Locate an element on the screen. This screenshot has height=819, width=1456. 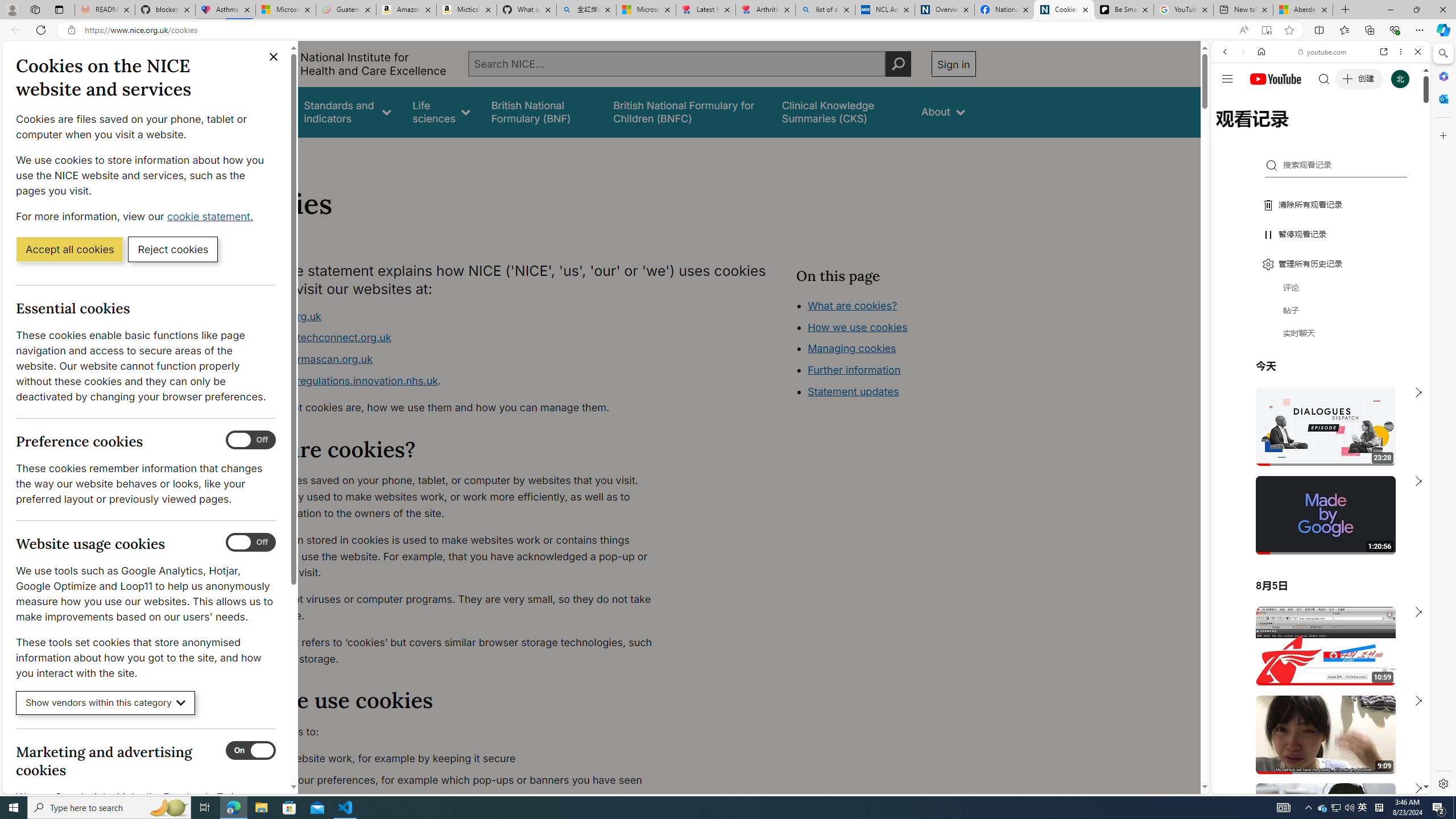
'Search the web' is located at coordinates (1326, 78).